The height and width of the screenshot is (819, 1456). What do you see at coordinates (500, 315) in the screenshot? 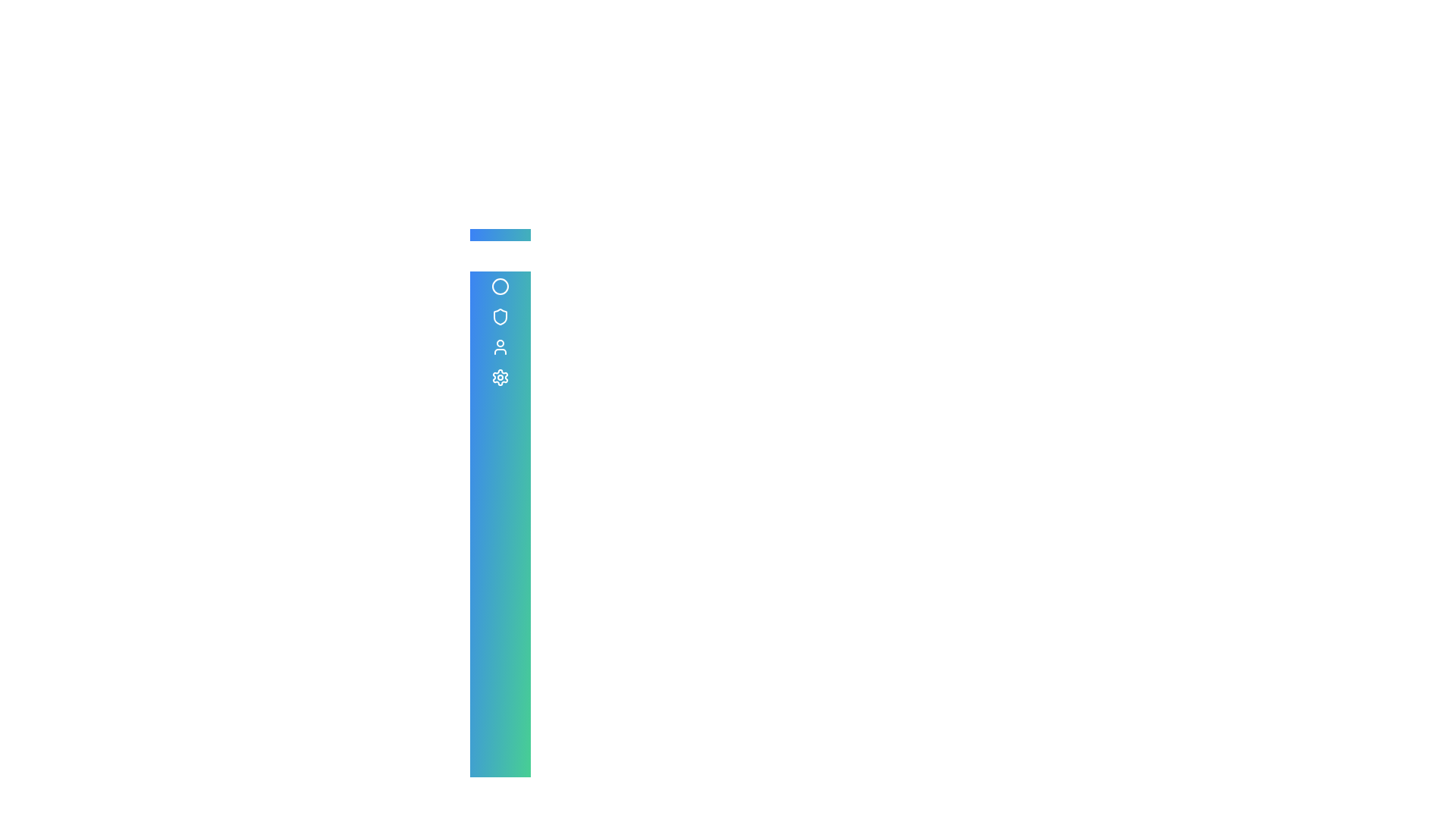
I see `the shield-shaped icon with a gradient blue background, located as the second item in the vertical menu on the left side of the interface` at bounding box center [500, 315].